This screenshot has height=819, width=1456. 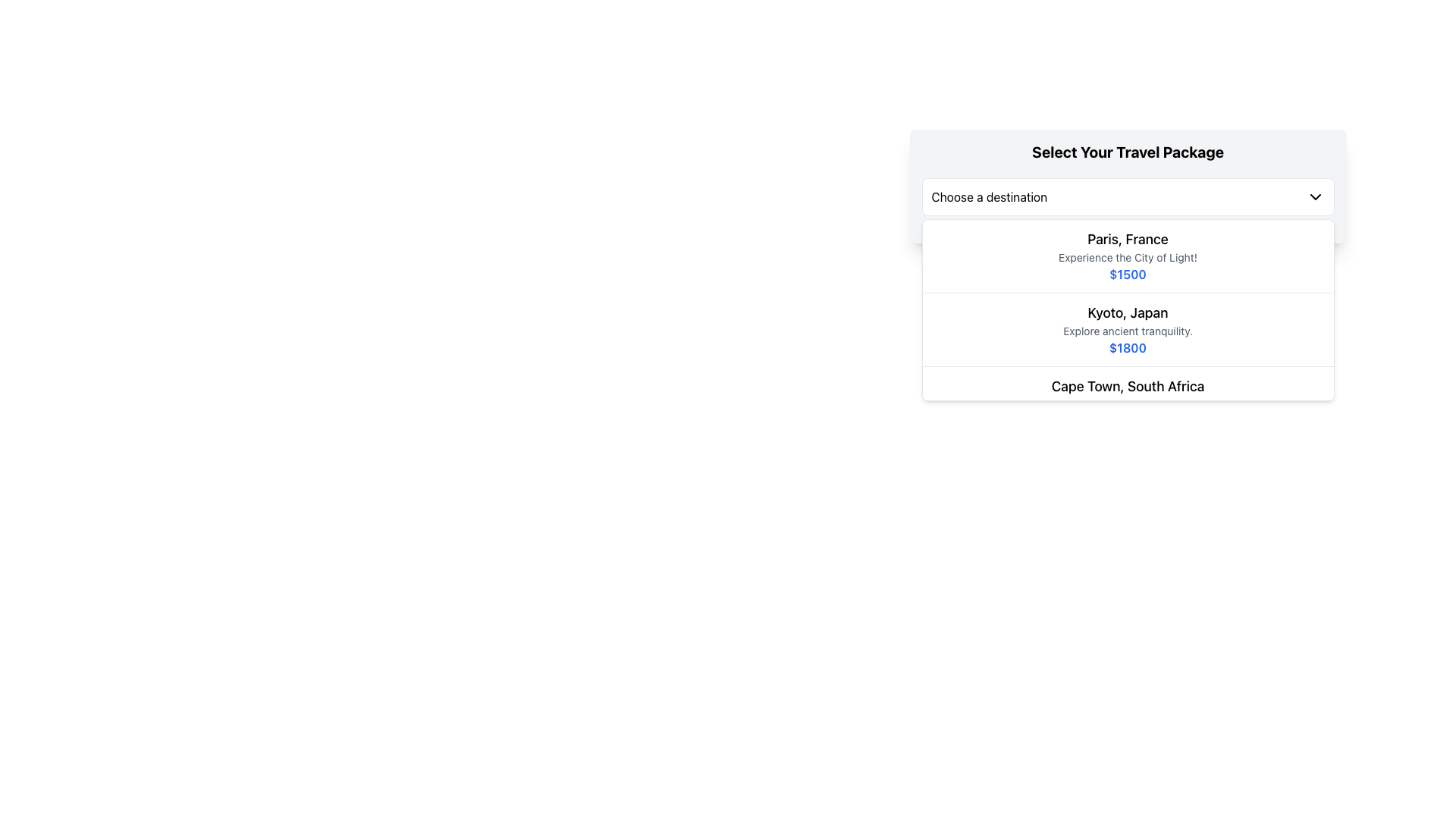 What do you see at coordinates (1128, 186) in the screenshot?
I see `the dropdown menu for selecting a travel package` at bounding box center [1128, 186].